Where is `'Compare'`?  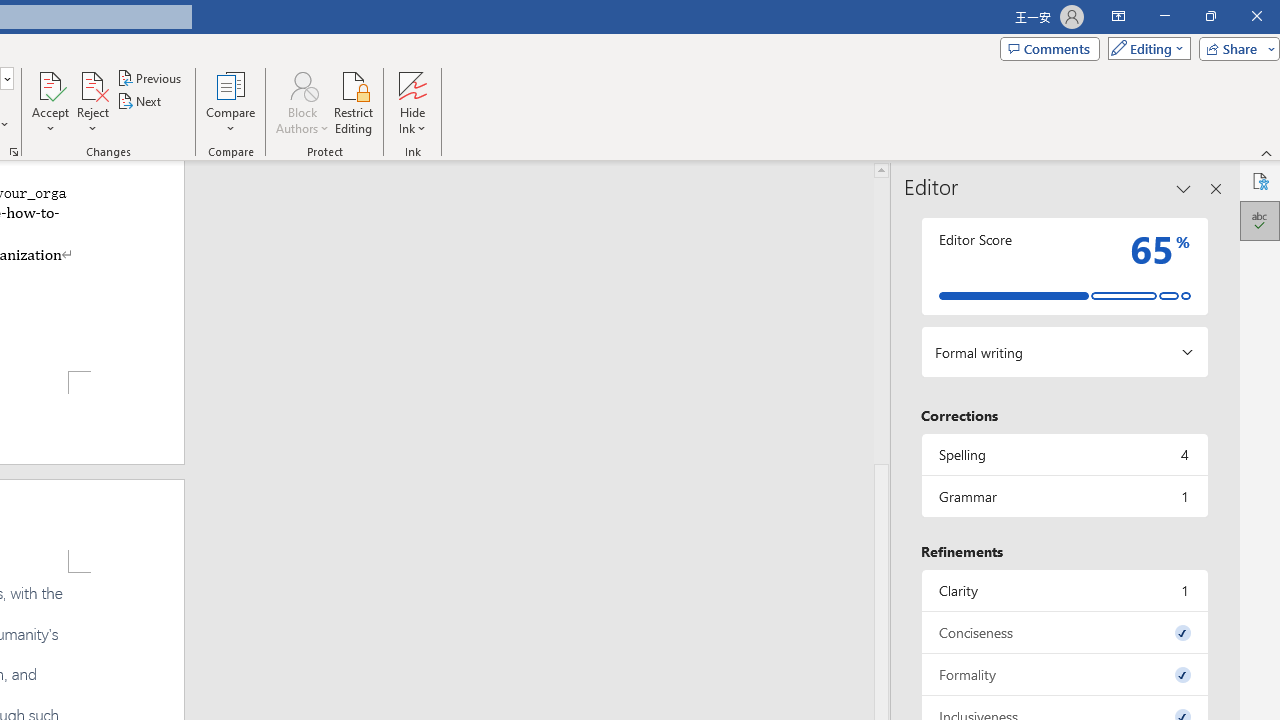 'Compare' is located at coordinates (231, 103).